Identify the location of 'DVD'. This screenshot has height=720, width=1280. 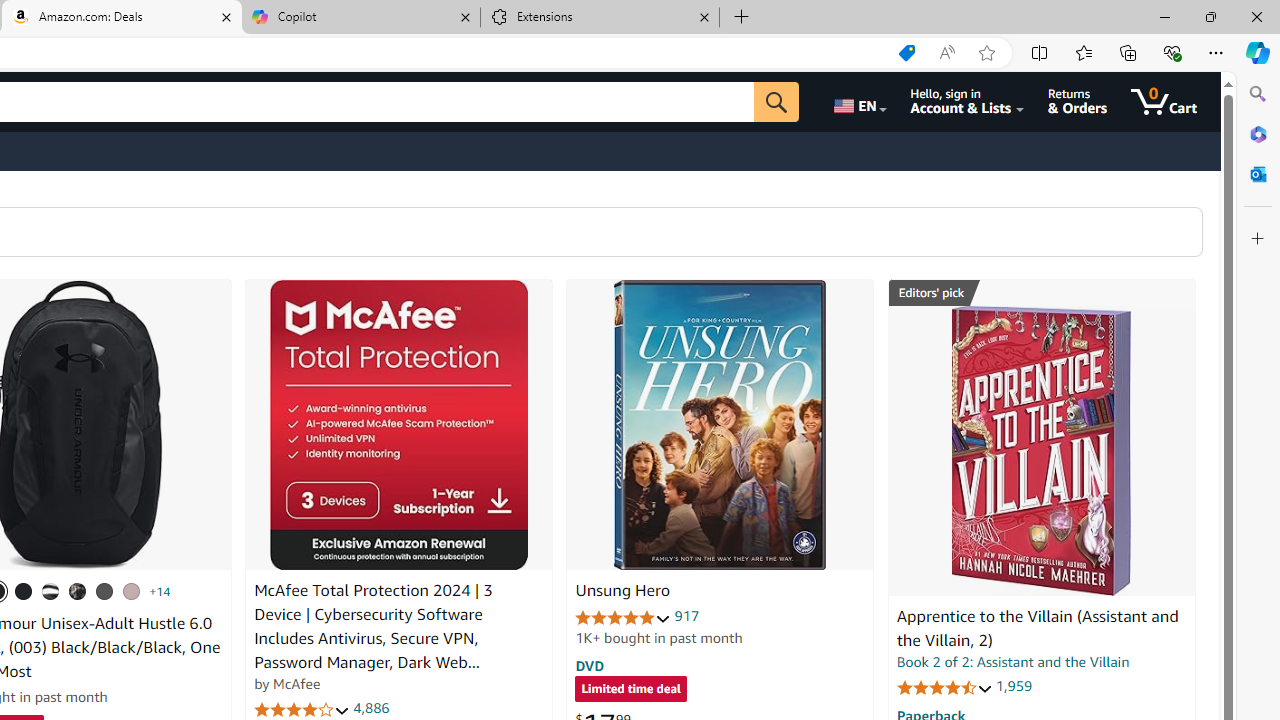
(589, 665).